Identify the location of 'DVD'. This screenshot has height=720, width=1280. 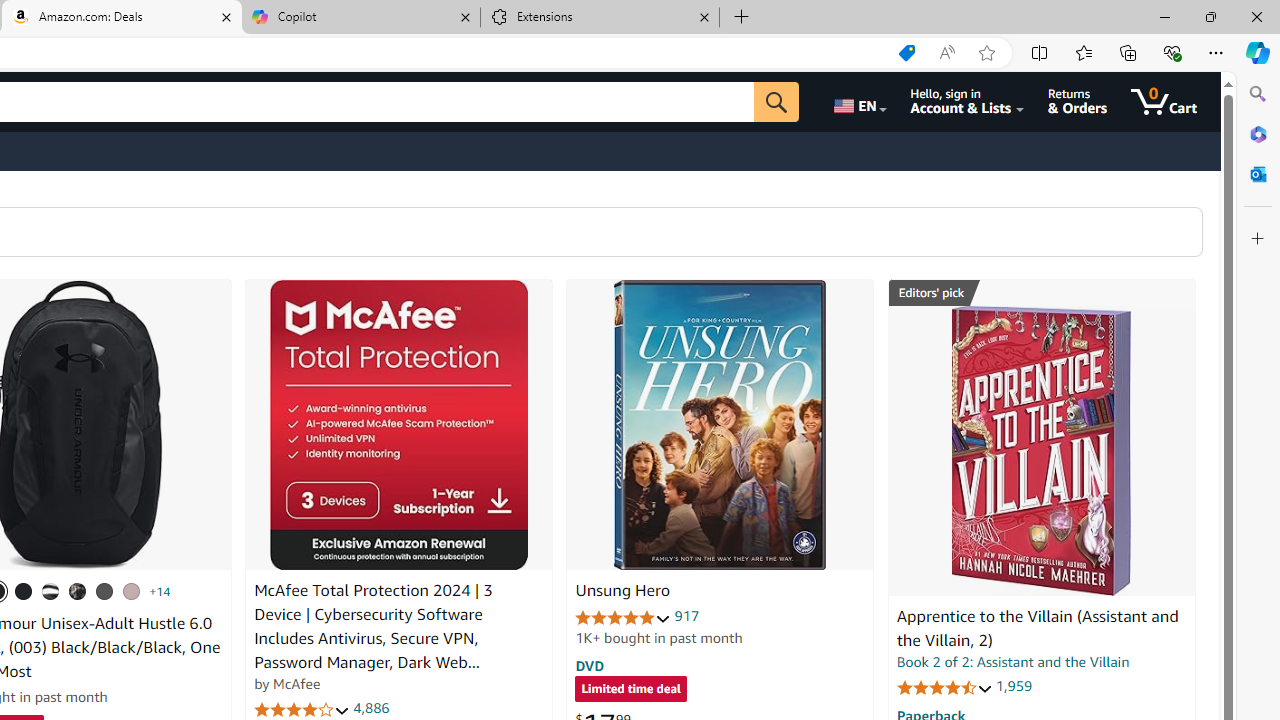
(589, 665).